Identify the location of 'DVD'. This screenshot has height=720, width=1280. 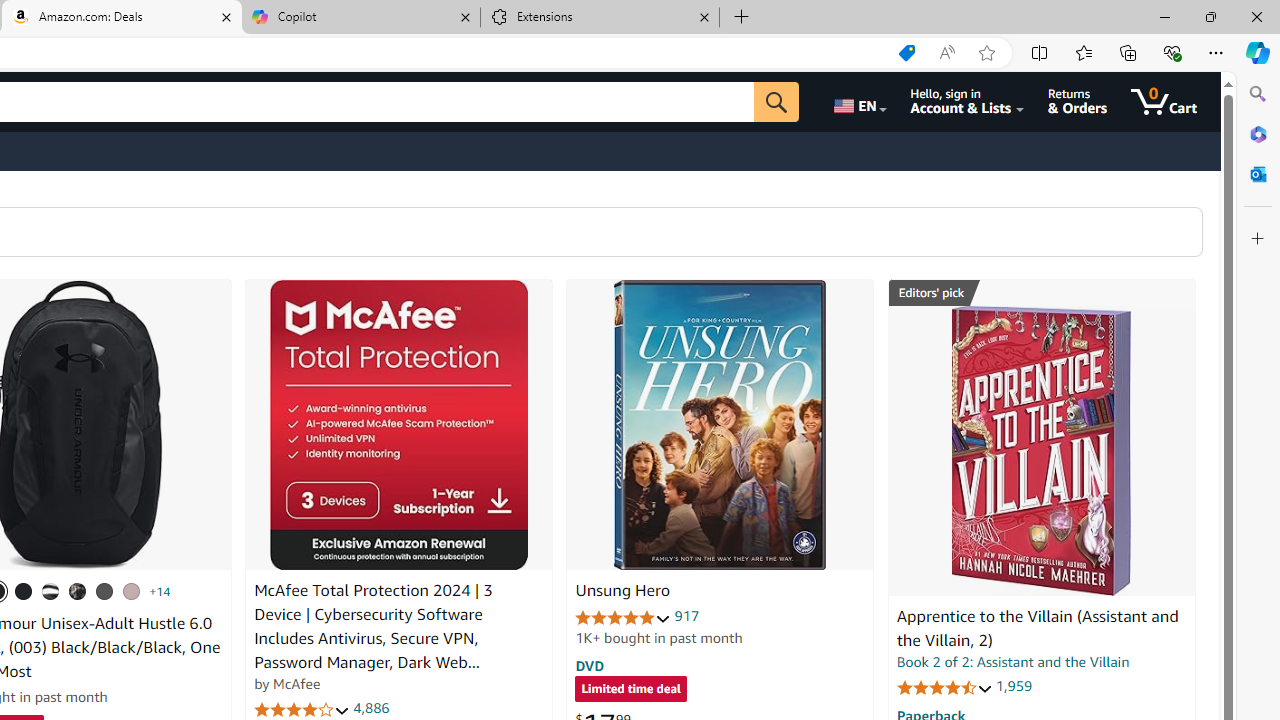
(589, 665).